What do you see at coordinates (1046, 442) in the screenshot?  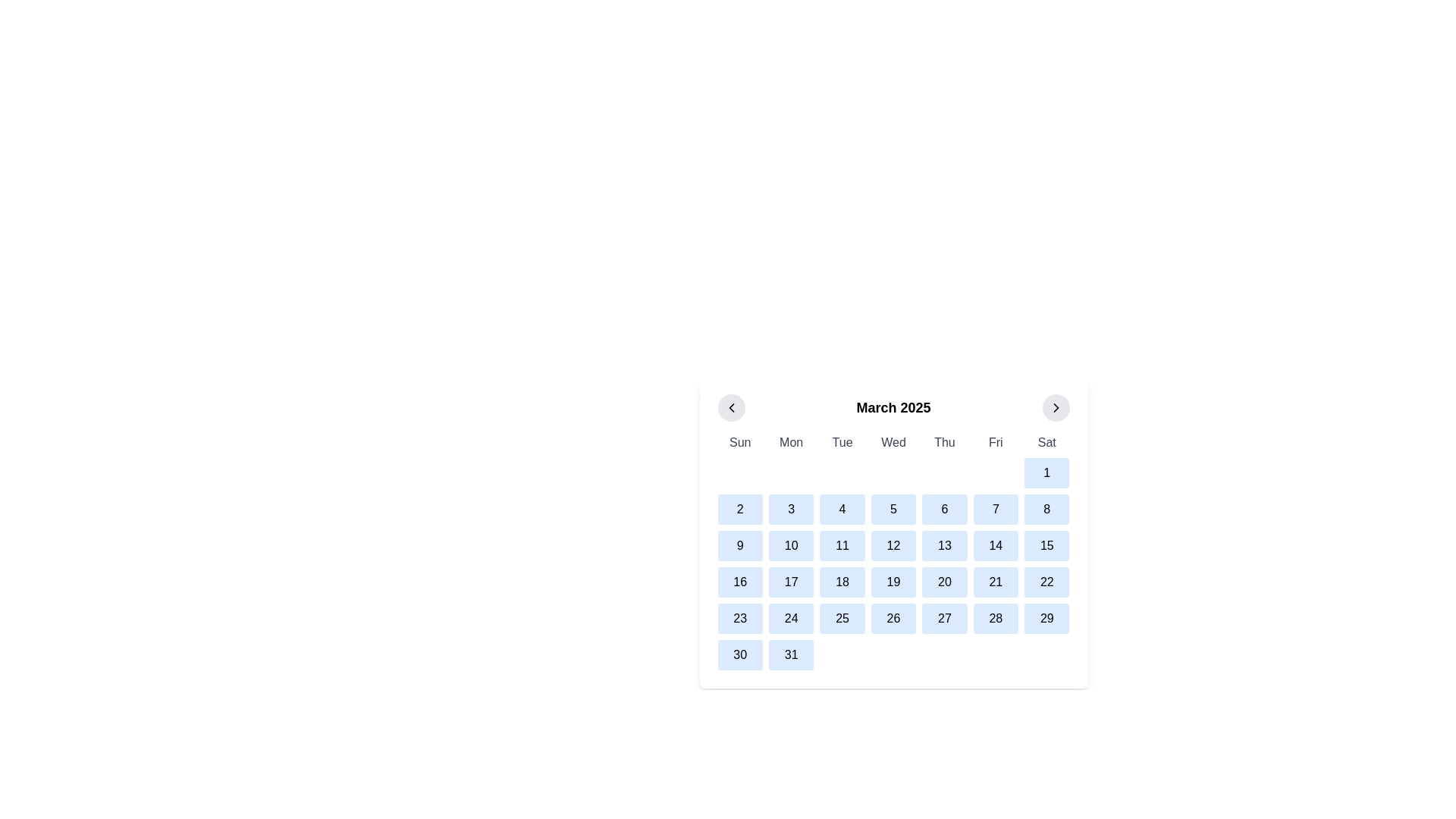 I see `the label for Saturday in the calendar interface, which is the seventh element in a row of days of the week` at bounding box center [1046, 442].